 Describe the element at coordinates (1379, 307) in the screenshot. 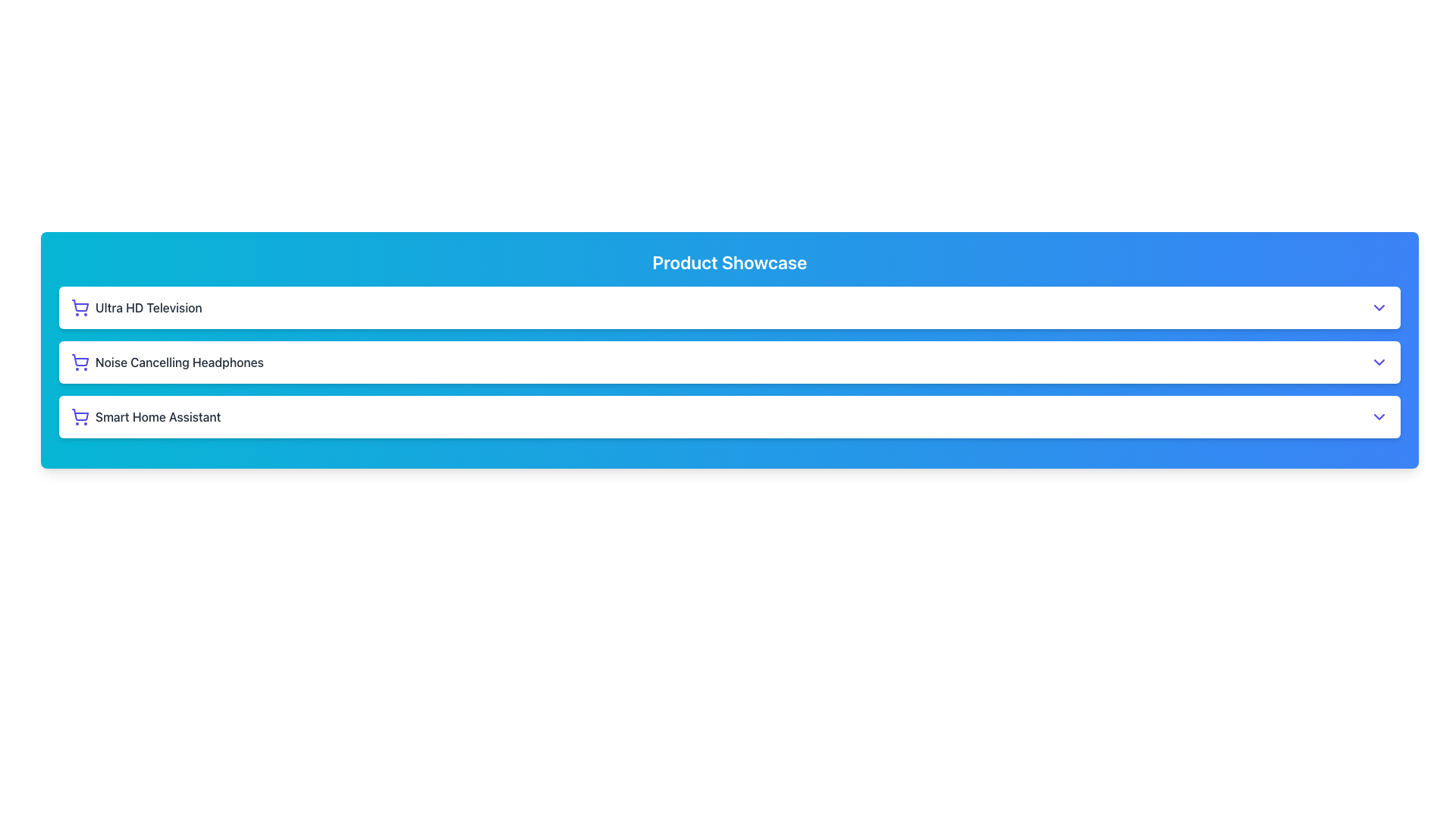

I see `the downward arrow icon` at that location.